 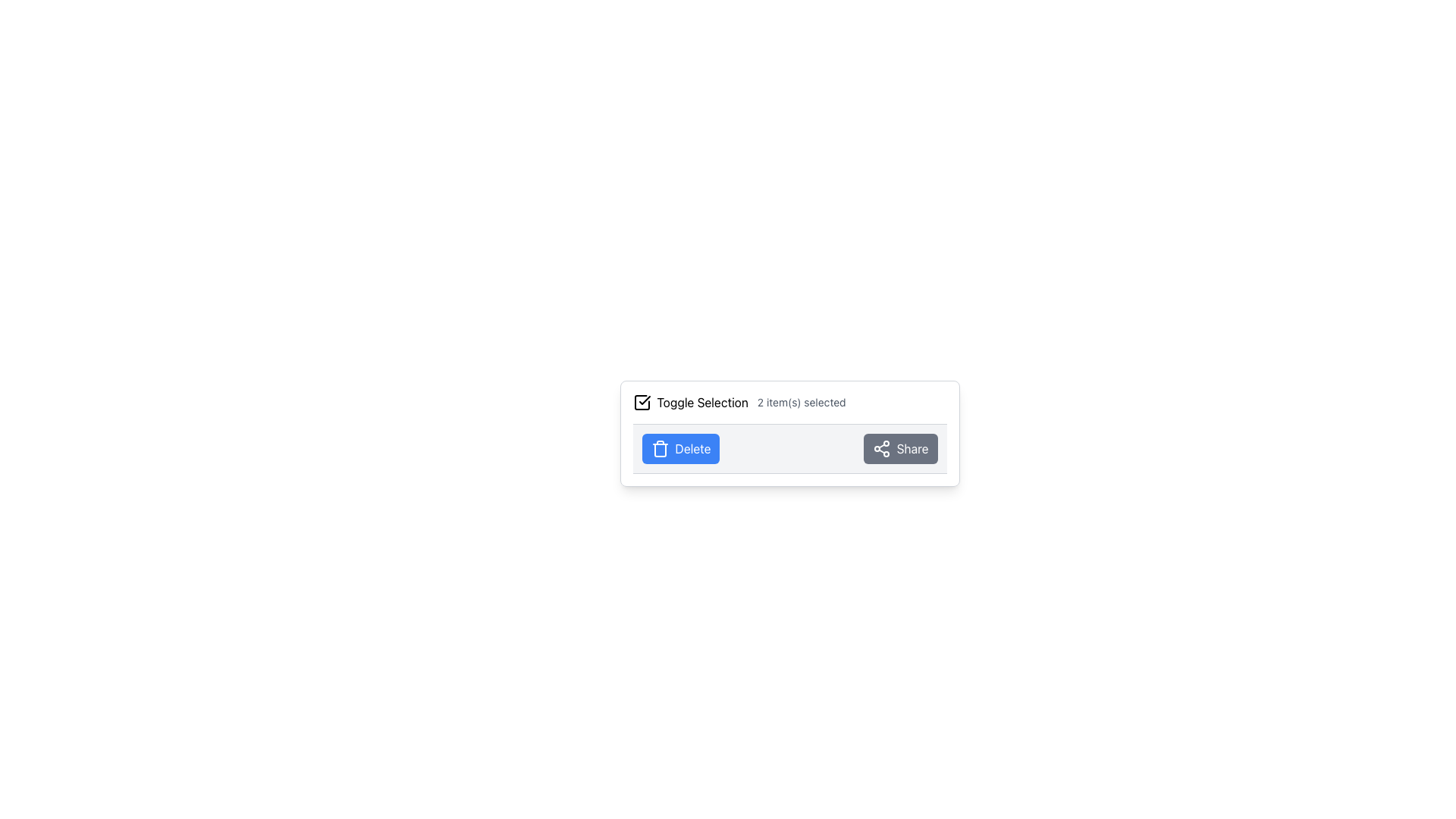 I want to click on the graphical representation of the trash bin outline icon located to the left of the 'Delete' button, so click(x=660, y=450).